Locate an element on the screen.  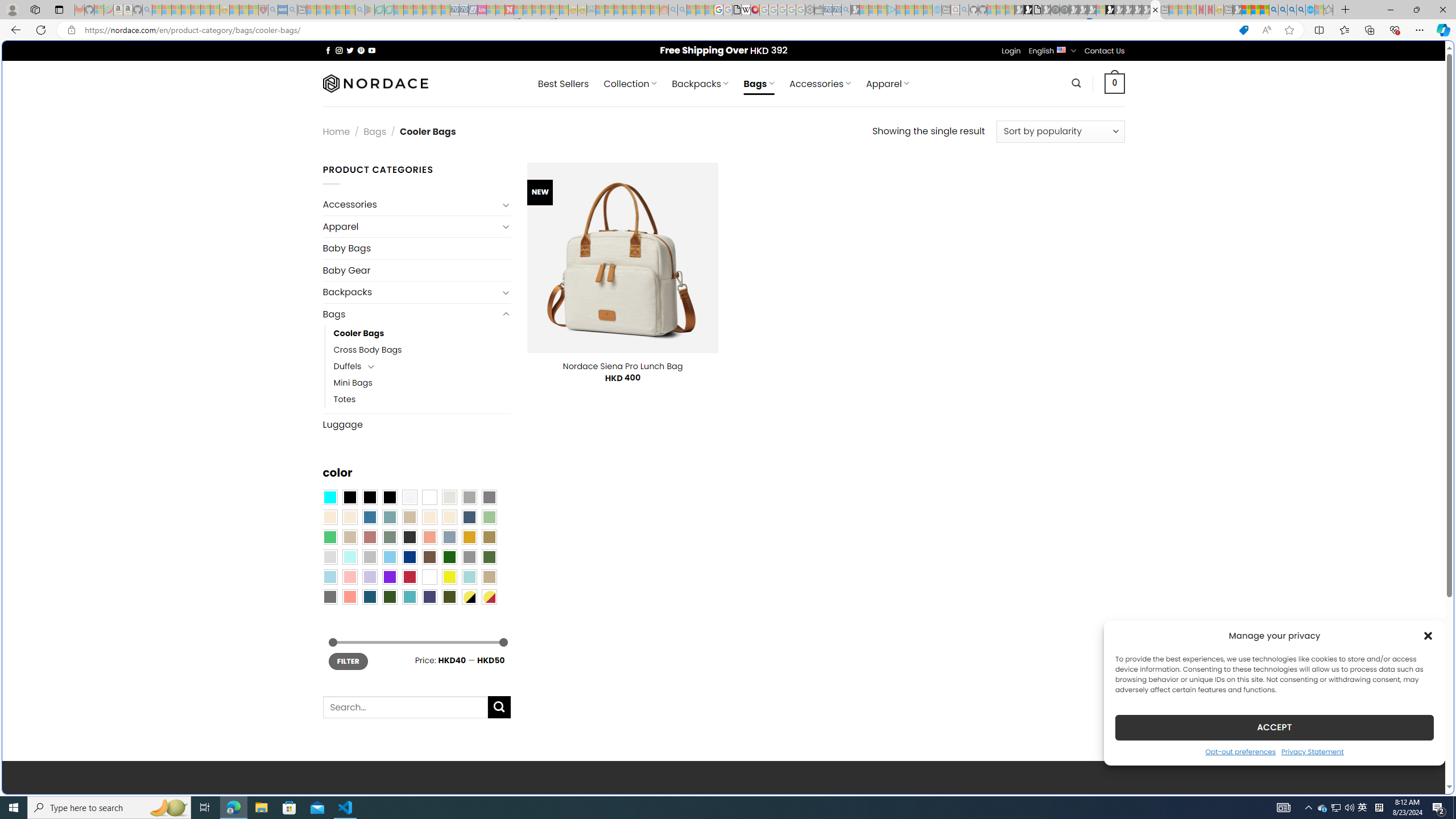
'Hale Navy' is located at coordinates (468, 517).